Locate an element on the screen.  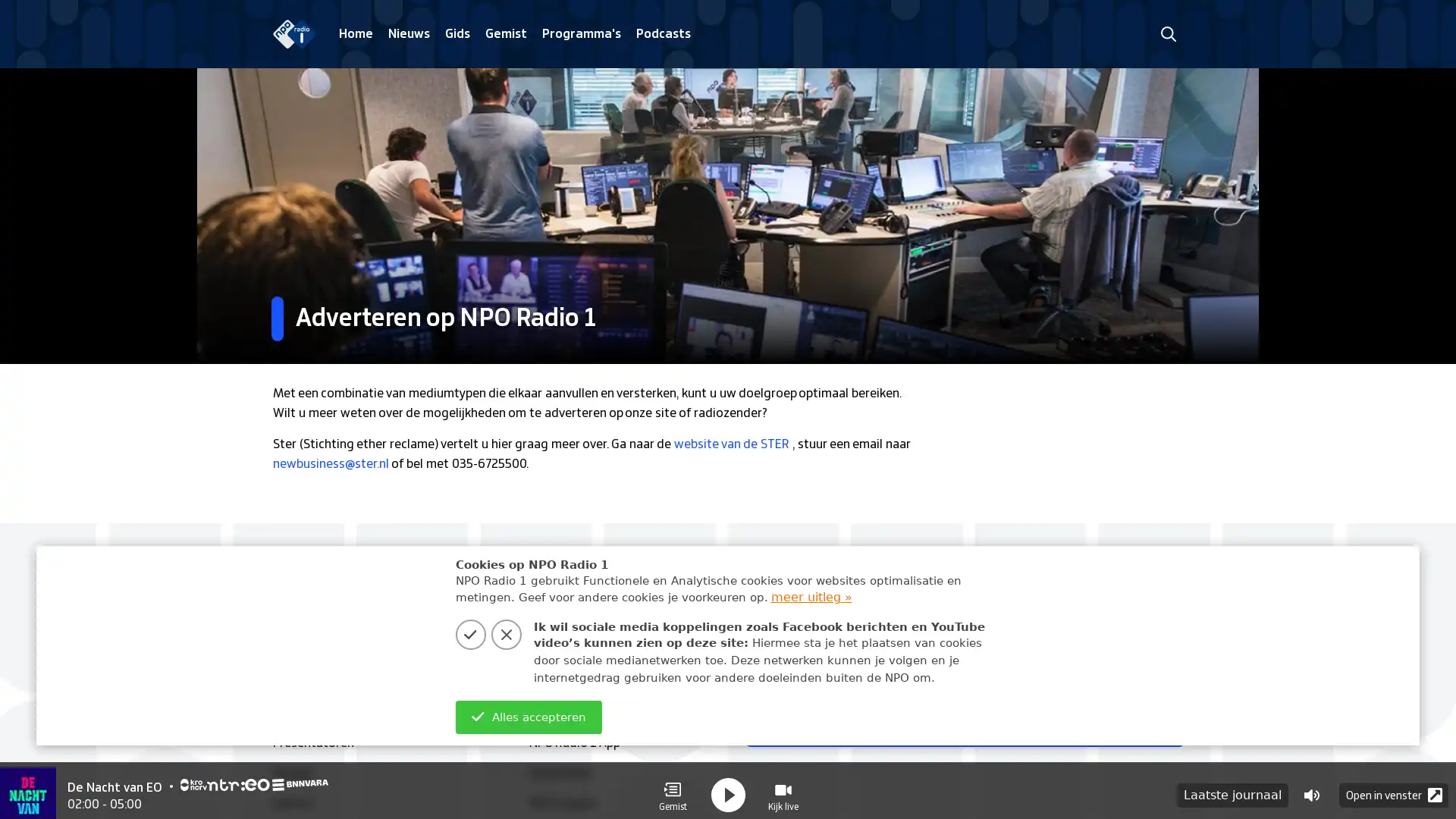
Open in venster Popup Icon is located at coordinates (1394, 786).